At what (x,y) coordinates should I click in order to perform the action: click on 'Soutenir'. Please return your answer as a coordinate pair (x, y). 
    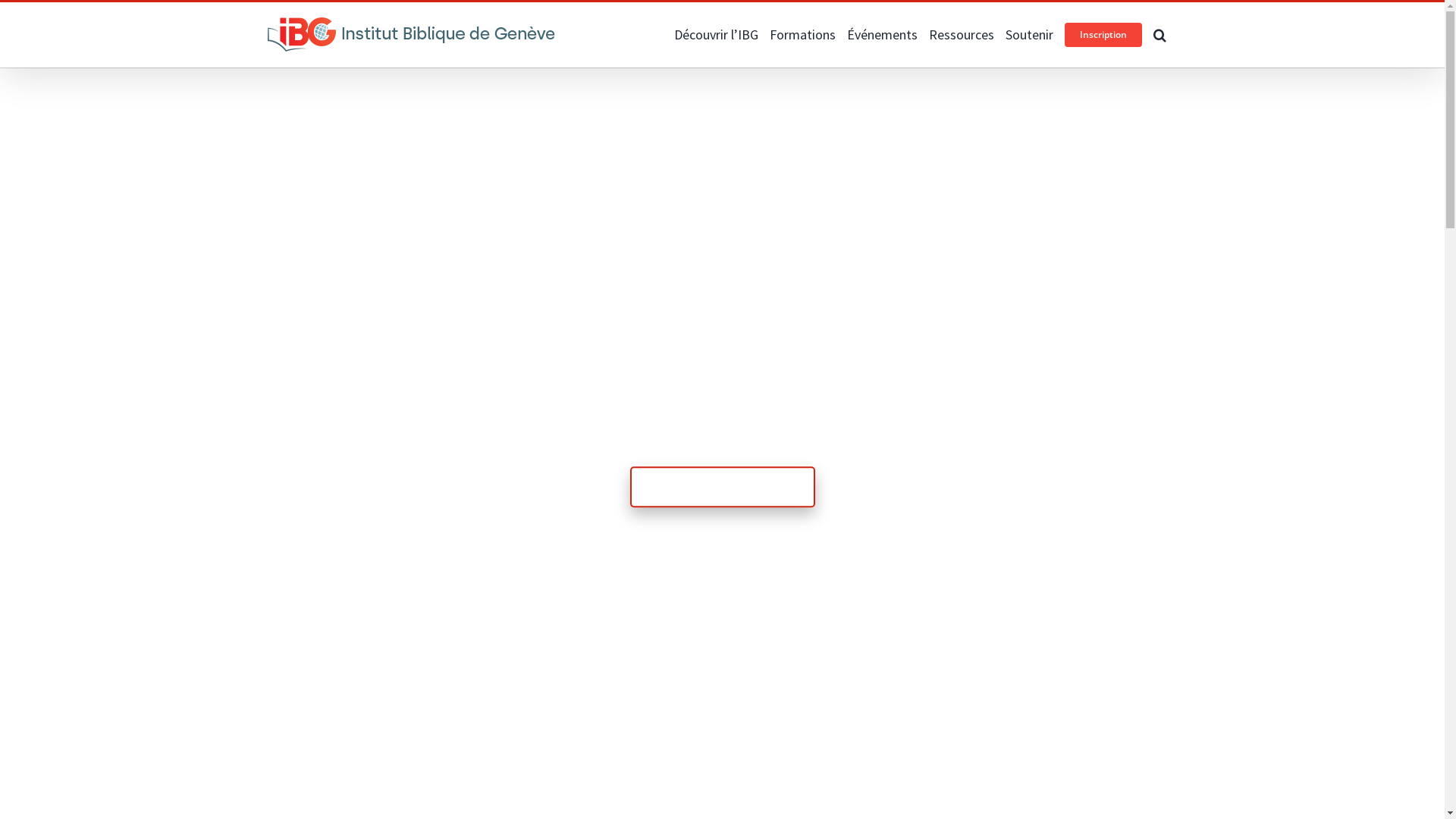
    Looking at the image, I should click on (1005, 34).